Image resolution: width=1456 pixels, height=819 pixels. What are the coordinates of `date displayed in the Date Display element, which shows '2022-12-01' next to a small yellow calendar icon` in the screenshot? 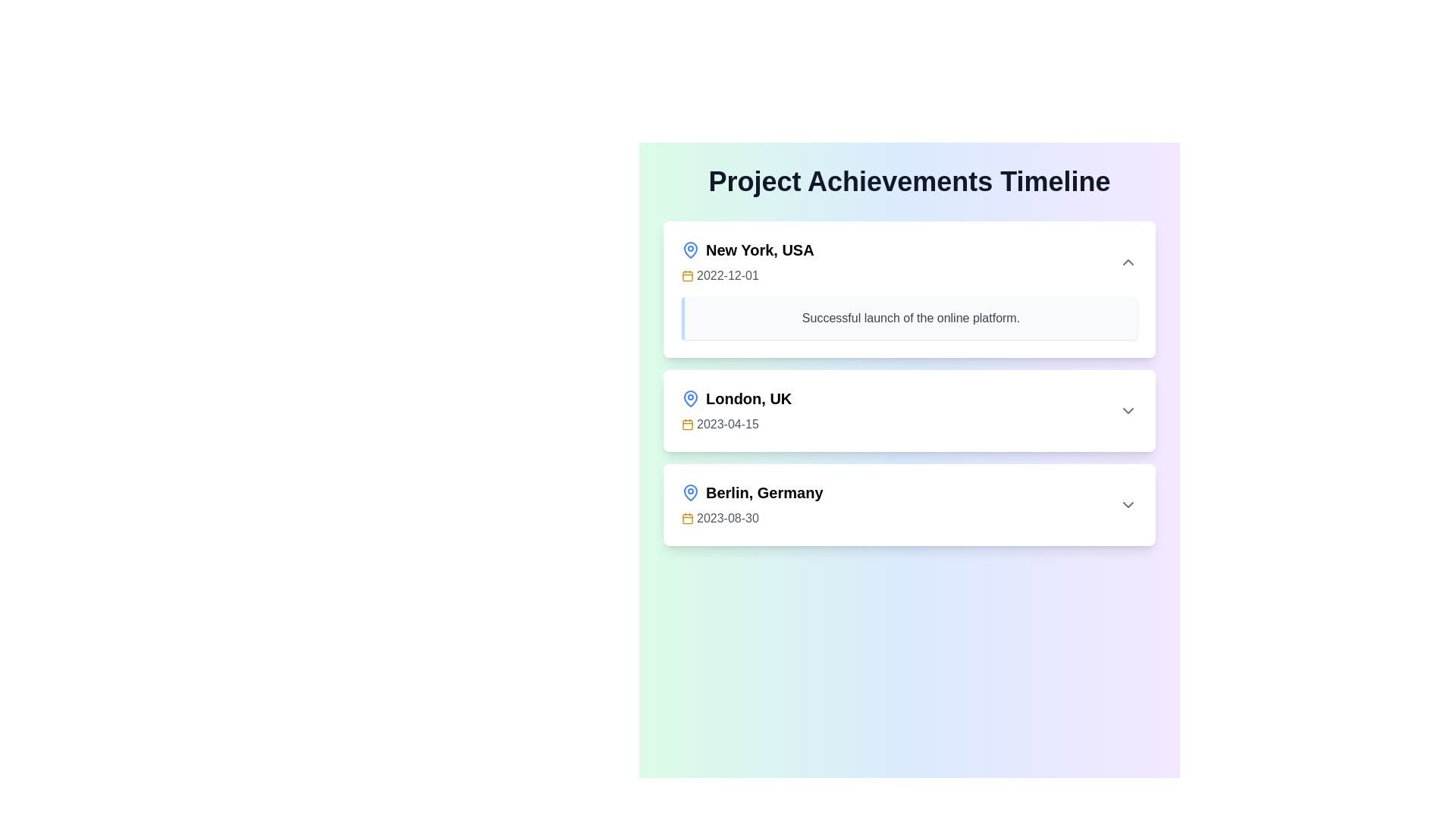 It's located at (748, 275).